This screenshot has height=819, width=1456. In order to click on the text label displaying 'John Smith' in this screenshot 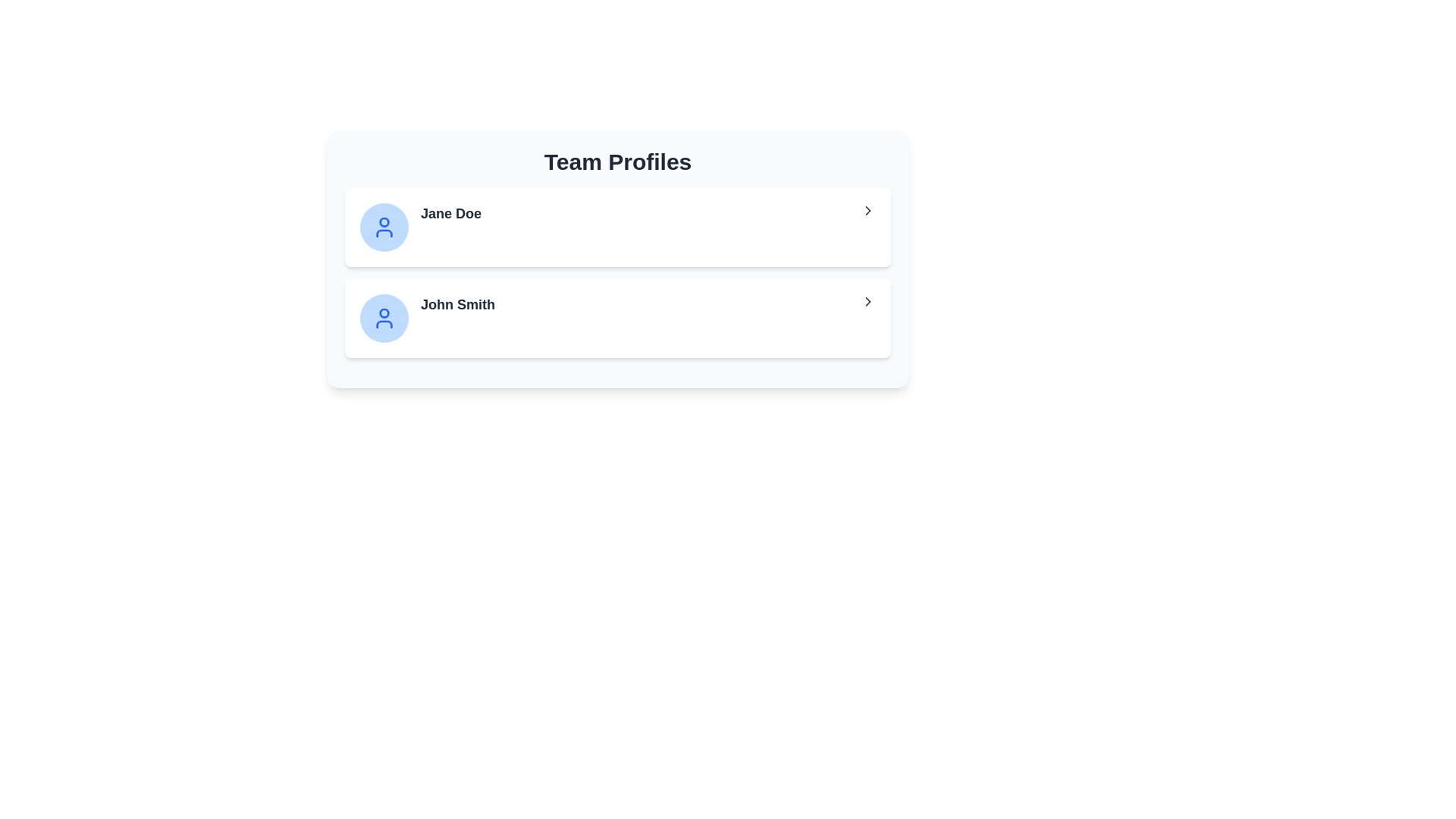, I will do `click(457, 304)`.